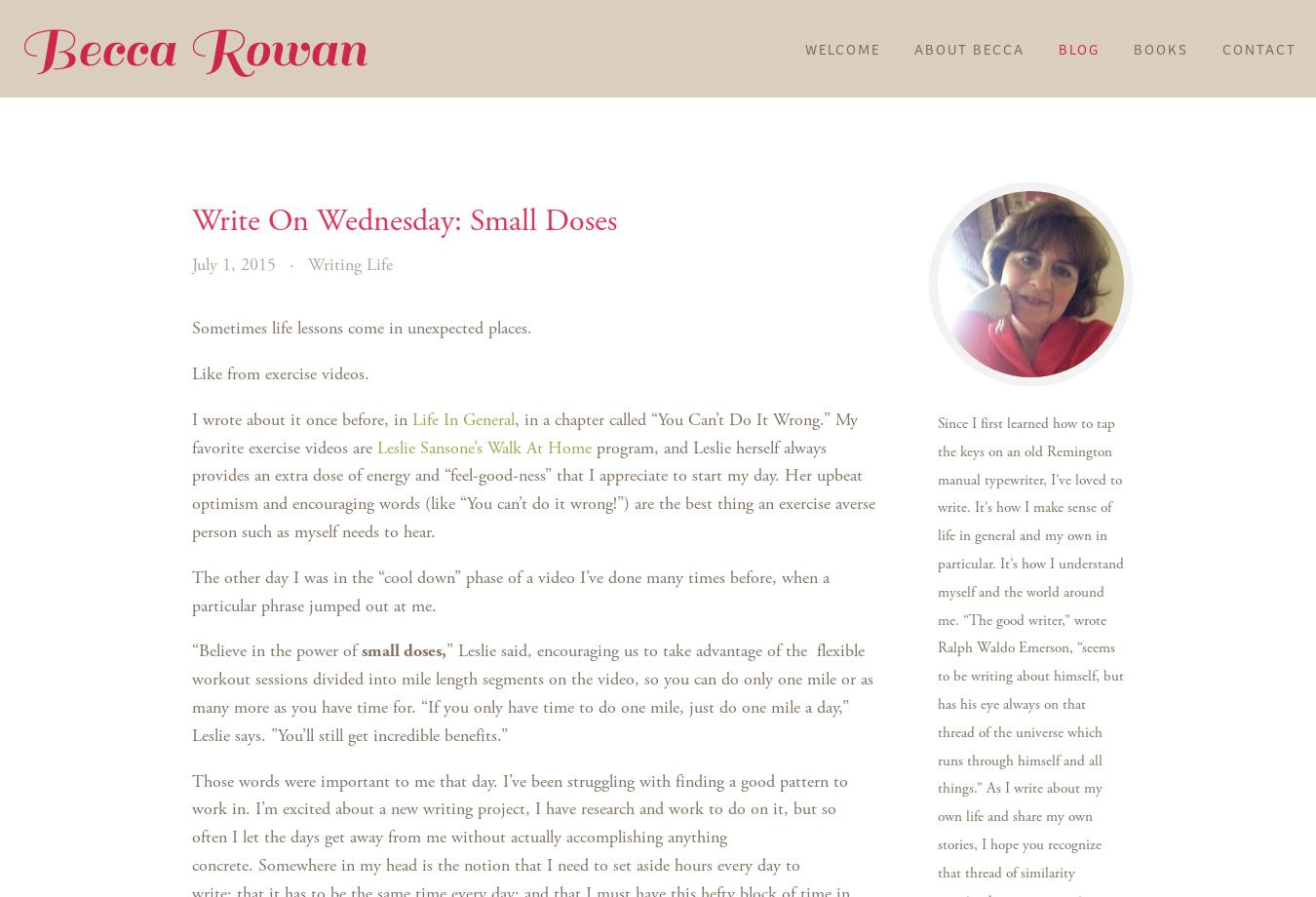 The width and height of the screenshot is (1316, 897). I want to click on 'July 1, 2015', so click(191, 264).